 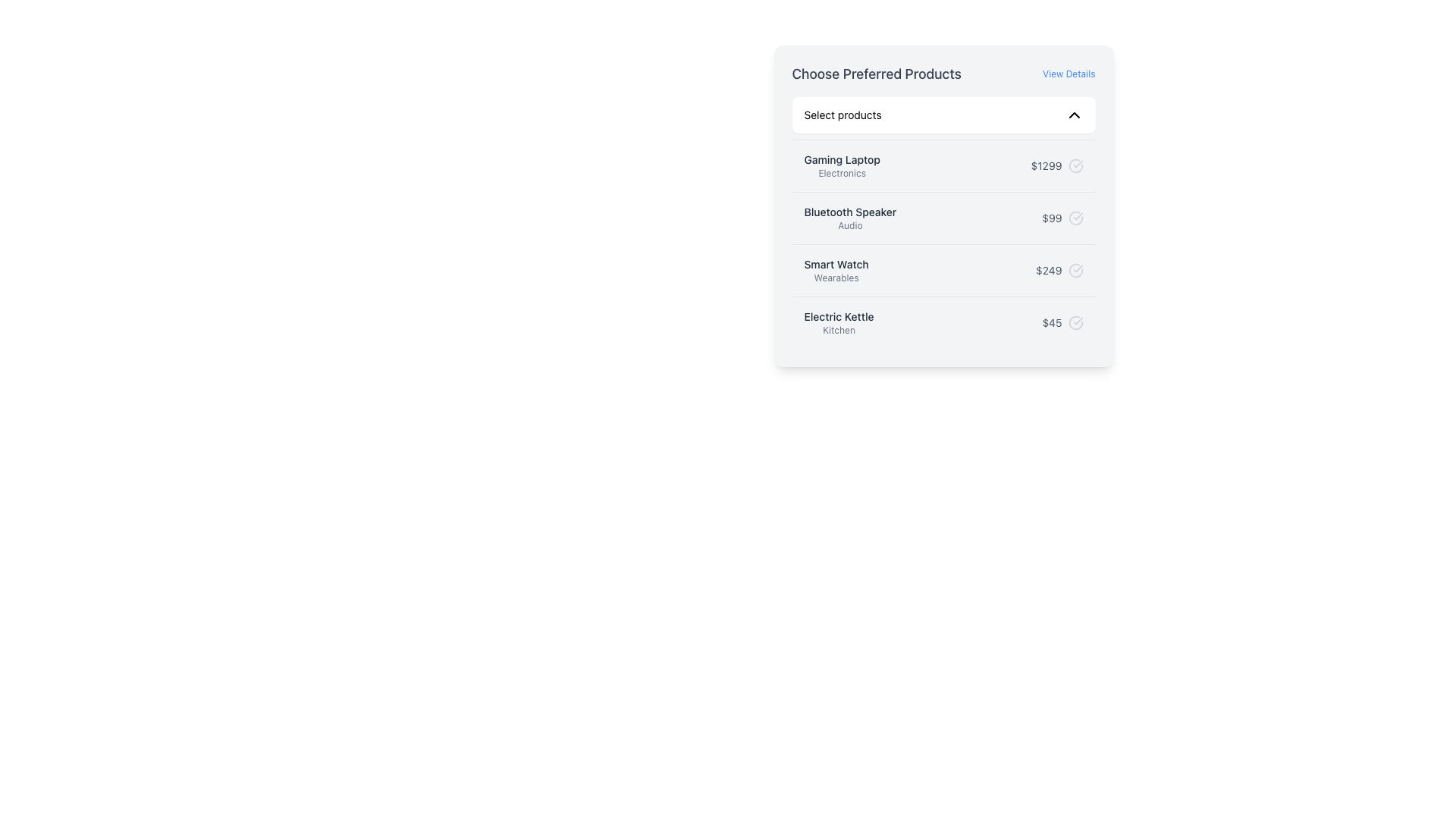 I want to click on the circular gray icon with a checkmark that is located next to the price label of $249 in the third row of the product list, adjacent to the product name 'Smart Watch', so click(x=1075, y=270).